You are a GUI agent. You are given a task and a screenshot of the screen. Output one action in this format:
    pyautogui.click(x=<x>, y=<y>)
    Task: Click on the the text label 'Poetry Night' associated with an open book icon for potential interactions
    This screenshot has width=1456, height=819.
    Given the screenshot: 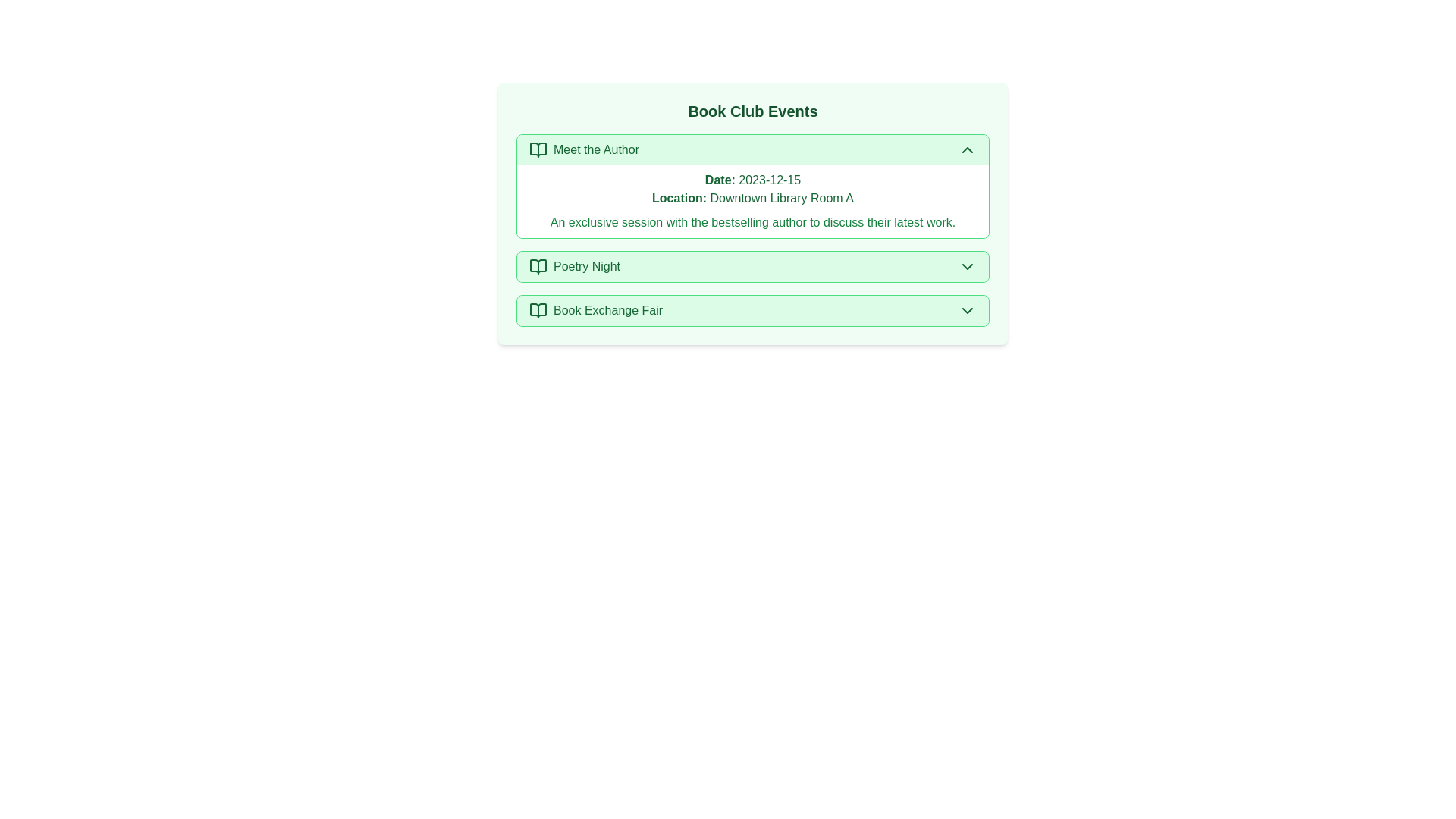 What is the action you would take?
    pyautogui.click(x=585, y=265)
    